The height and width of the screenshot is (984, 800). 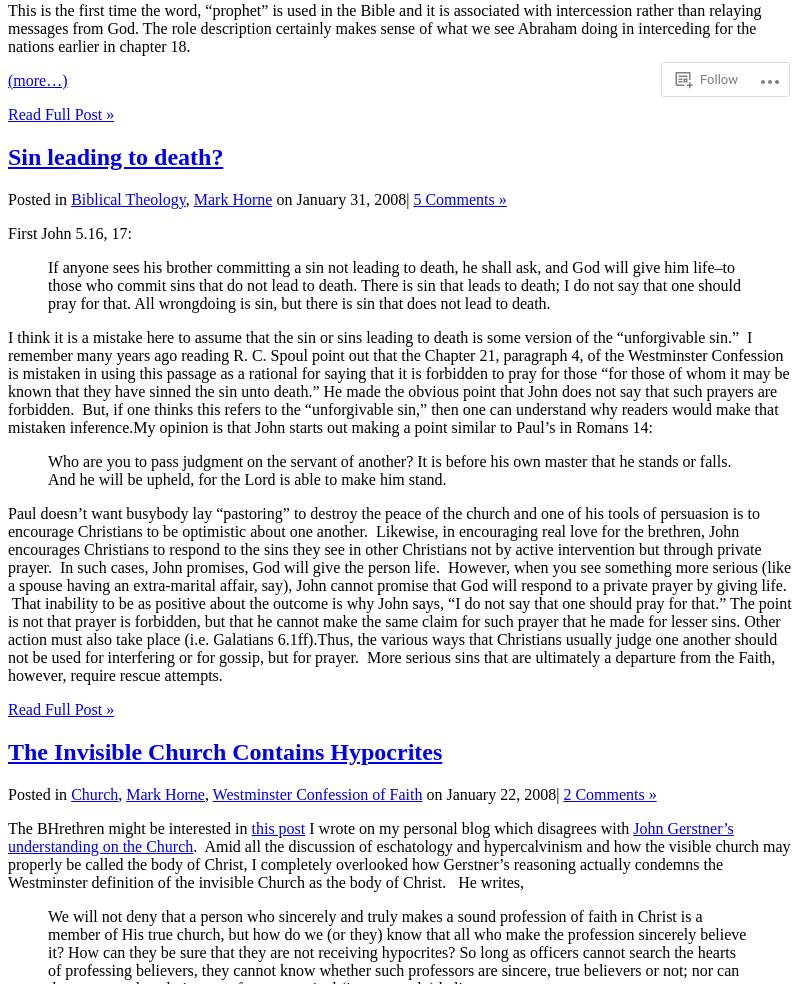 What do you see at coordinates (458, 198) in the screenshot?
I see `'5 Comments »'` at bounding box center [458, 198].